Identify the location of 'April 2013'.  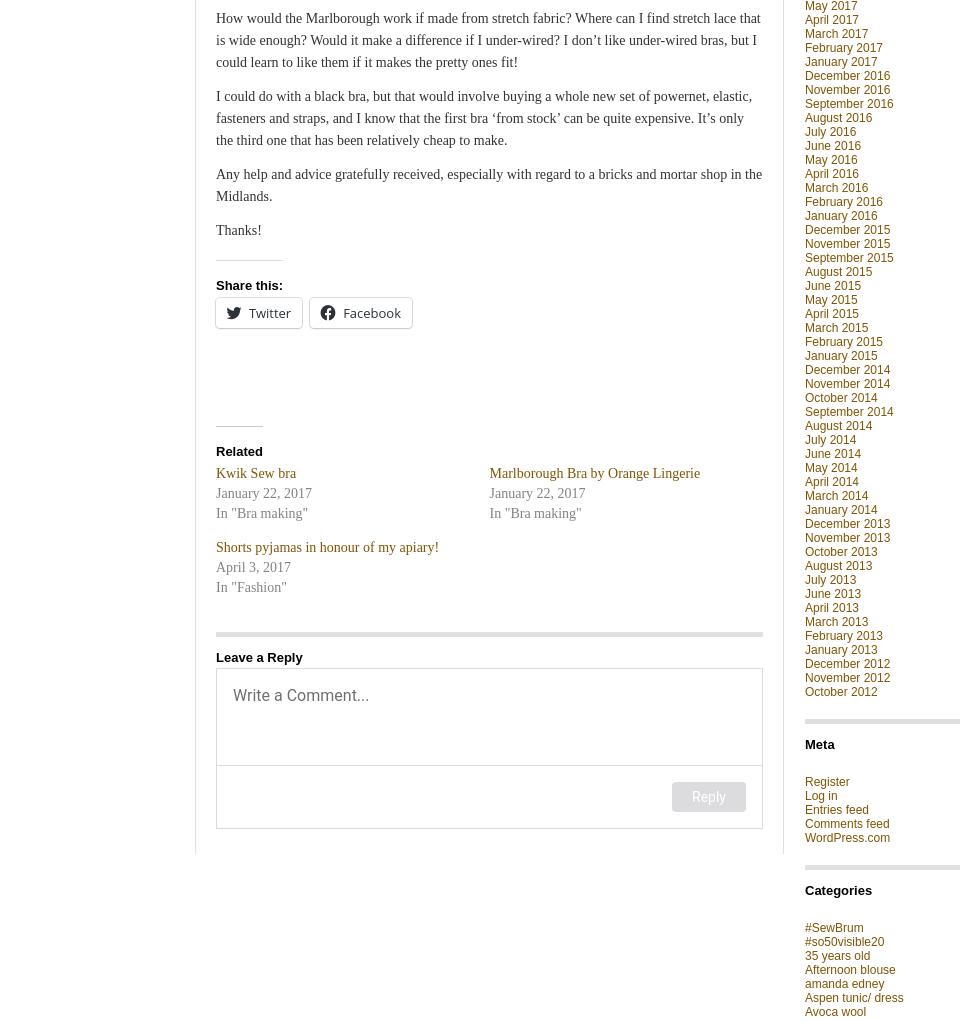
(804, 606).